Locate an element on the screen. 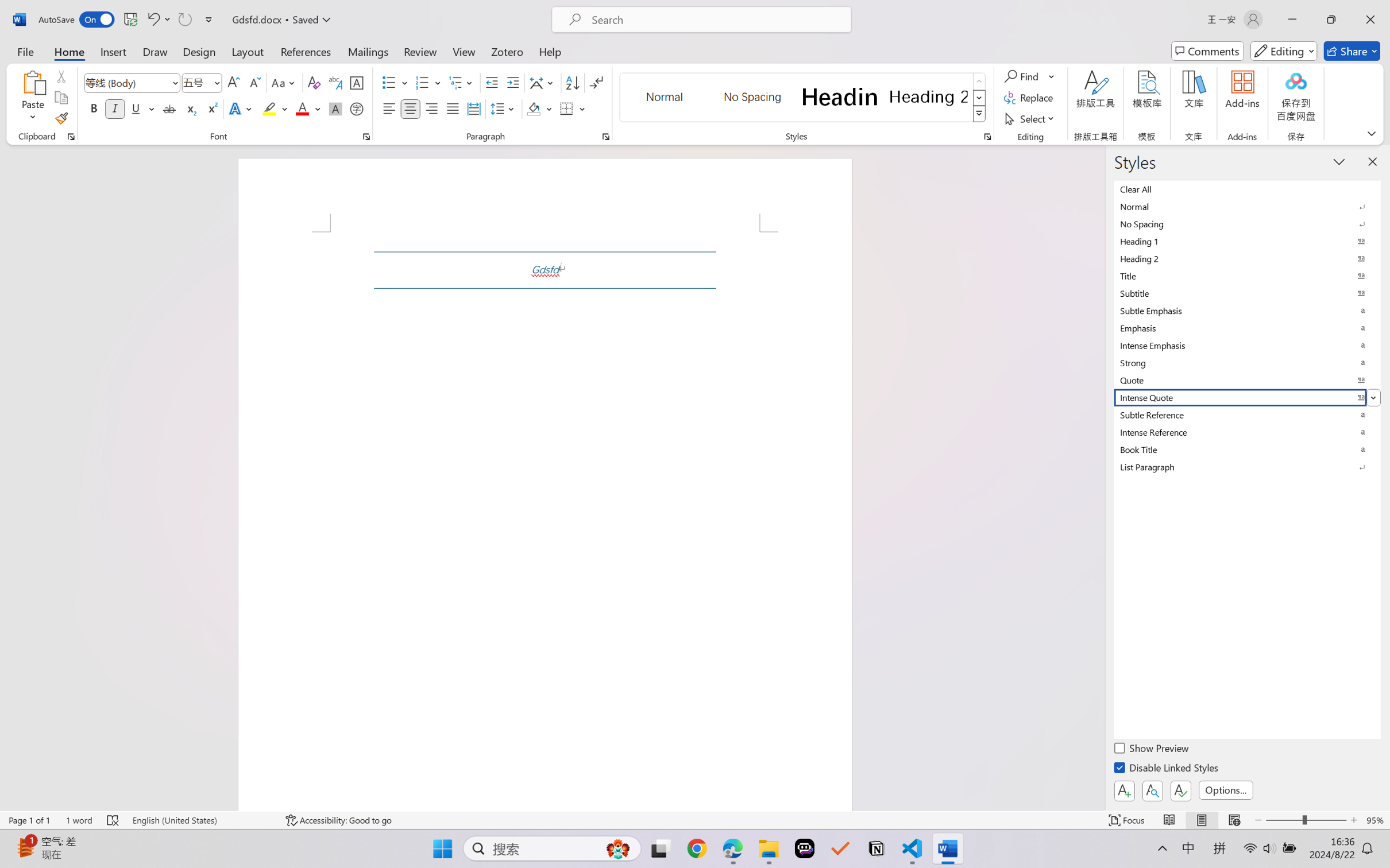  'Shading RGB(0, 0, 0)' is located at coordinates (533, 108).